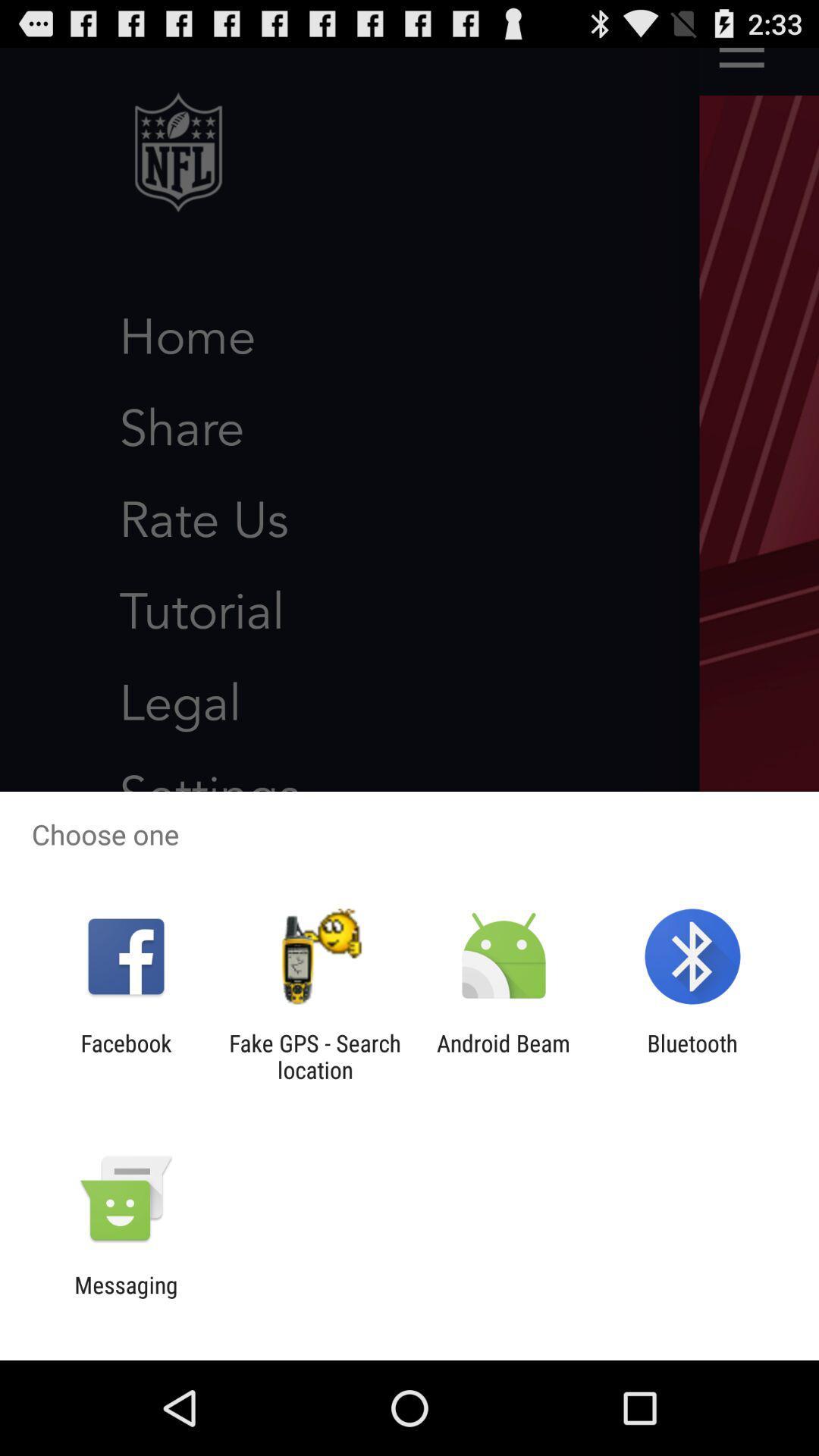 The width and height of the screenshot is (819, 1456). What do you see at coordinates (314, 1056) in the screenshot?
I see `fake gps search app` at bounding box center [314, 1056].